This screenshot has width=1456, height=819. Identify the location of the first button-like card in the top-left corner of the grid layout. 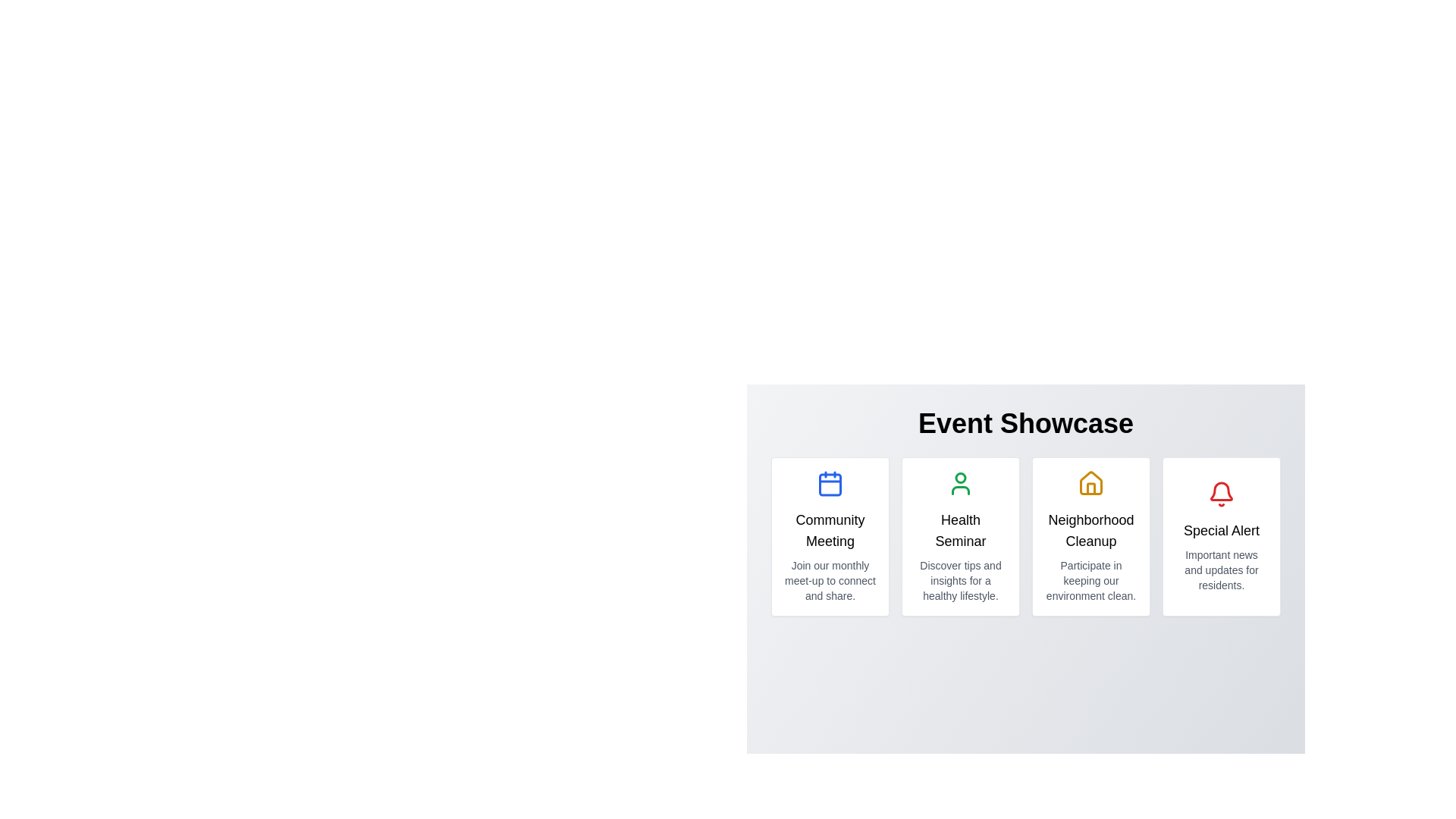
(829, 536).